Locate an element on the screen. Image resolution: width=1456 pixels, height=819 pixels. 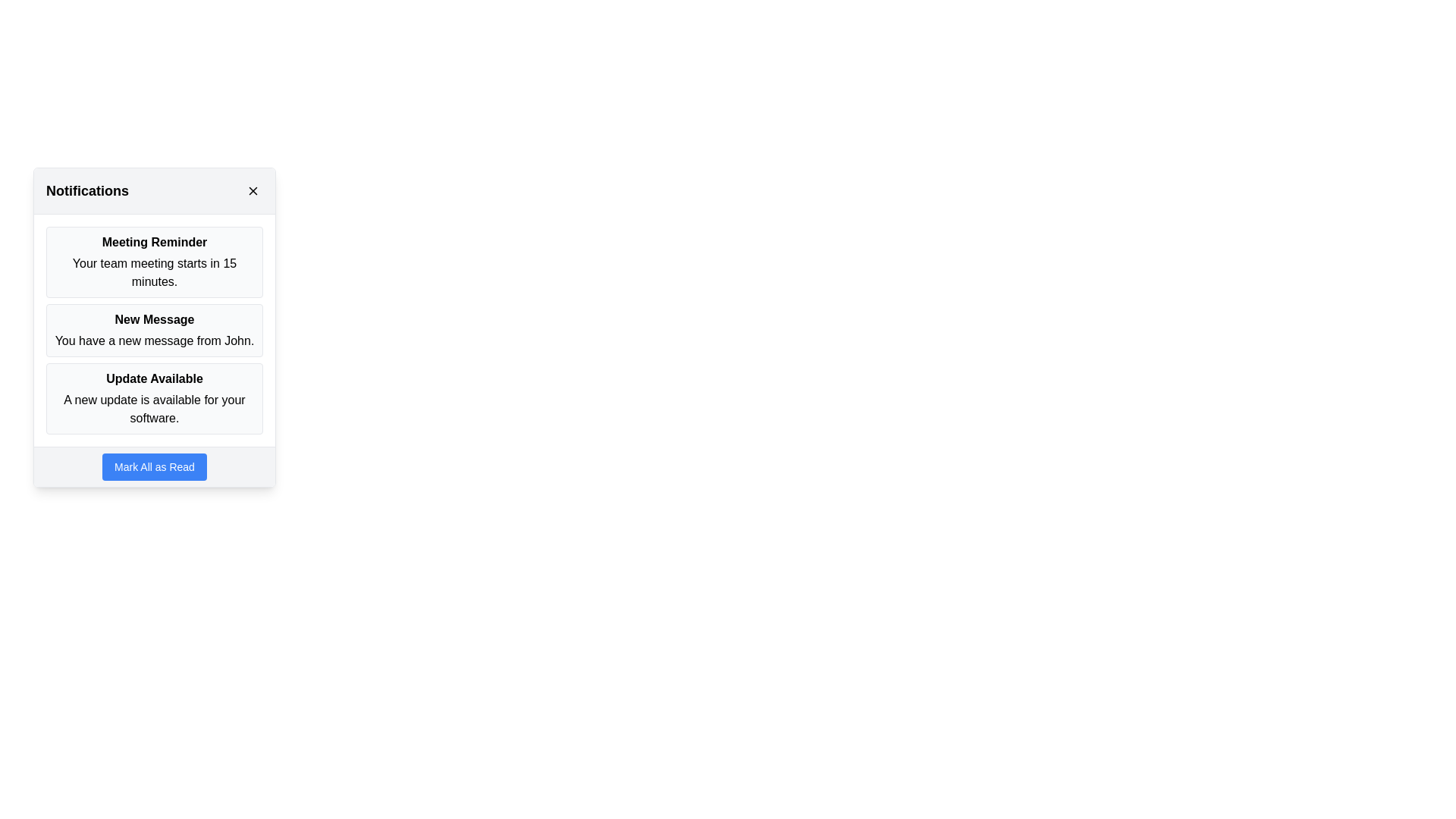
the notification card that indicates a new message received from John, which is the second notification in the vertical list of notifications is located at coordinates (154, 329).